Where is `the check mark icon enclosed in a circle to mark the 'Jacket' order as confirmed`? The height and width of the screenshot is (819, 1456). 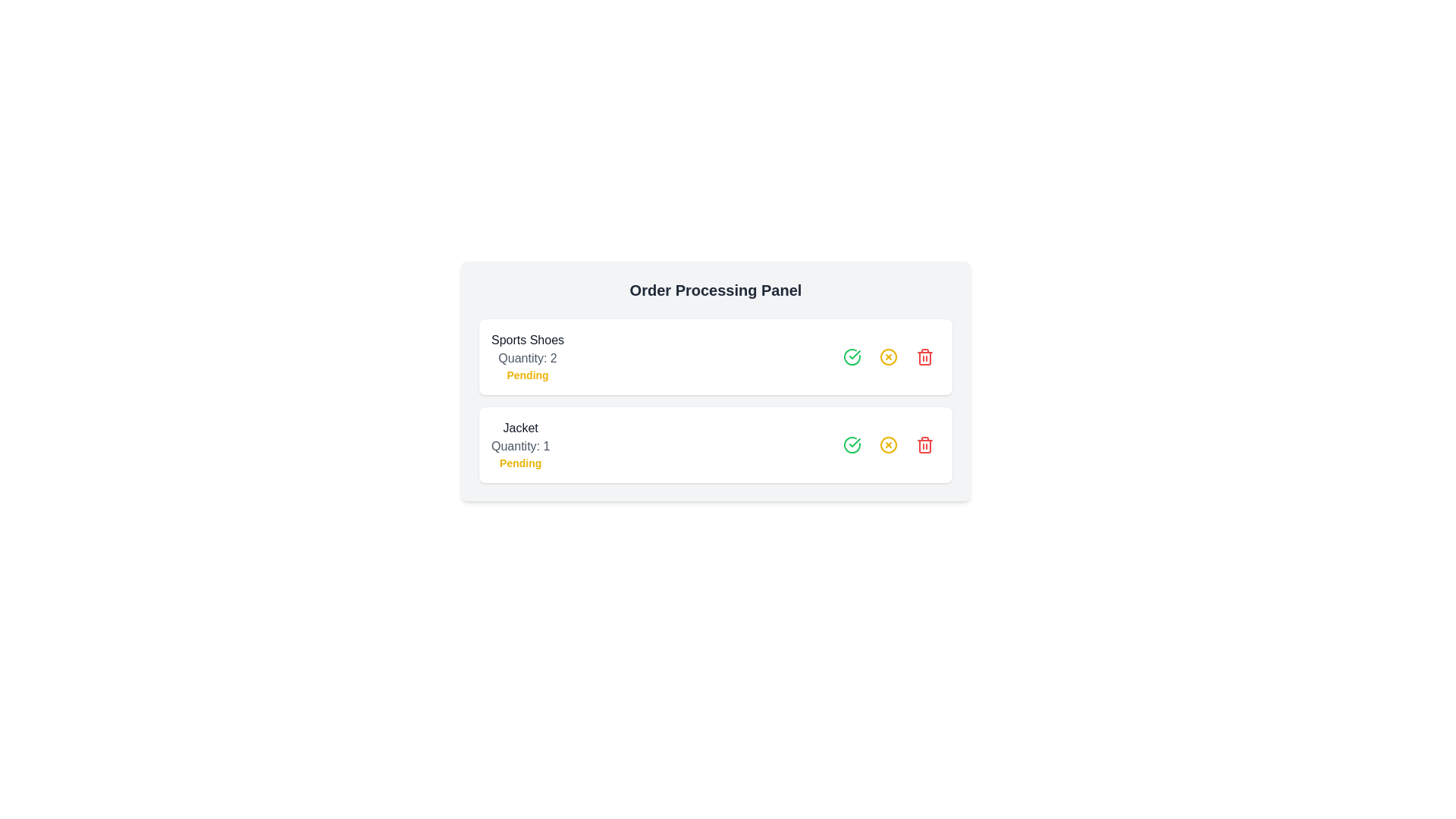 the check mark icon enclosed in a circle to mark the 'Jacket' order as confirmed is located at coordinates (852, 444).